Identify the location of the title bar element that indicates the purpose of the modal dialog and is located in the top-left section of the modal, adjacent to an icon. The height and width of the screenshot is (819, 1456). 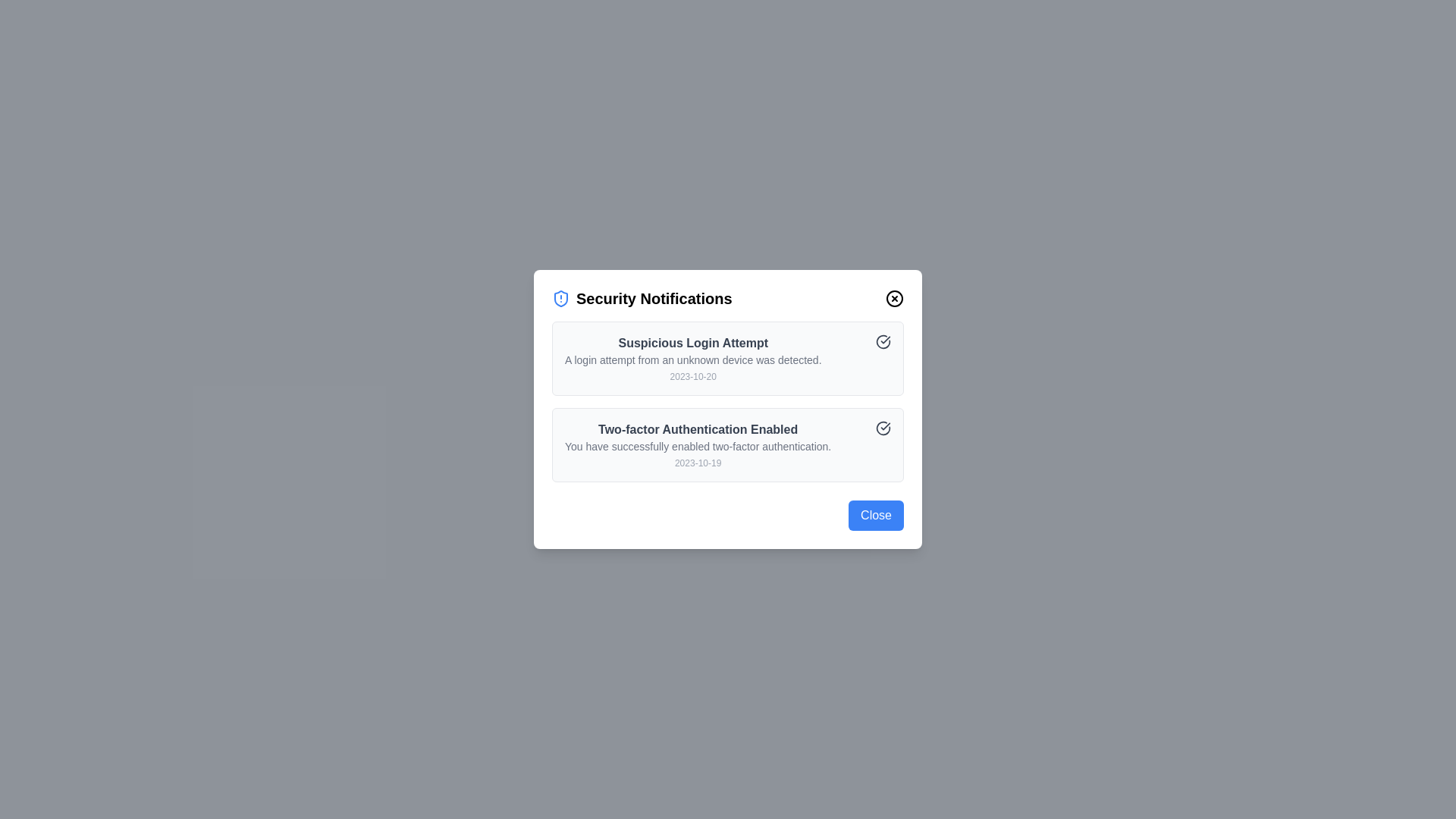
(642, 298).